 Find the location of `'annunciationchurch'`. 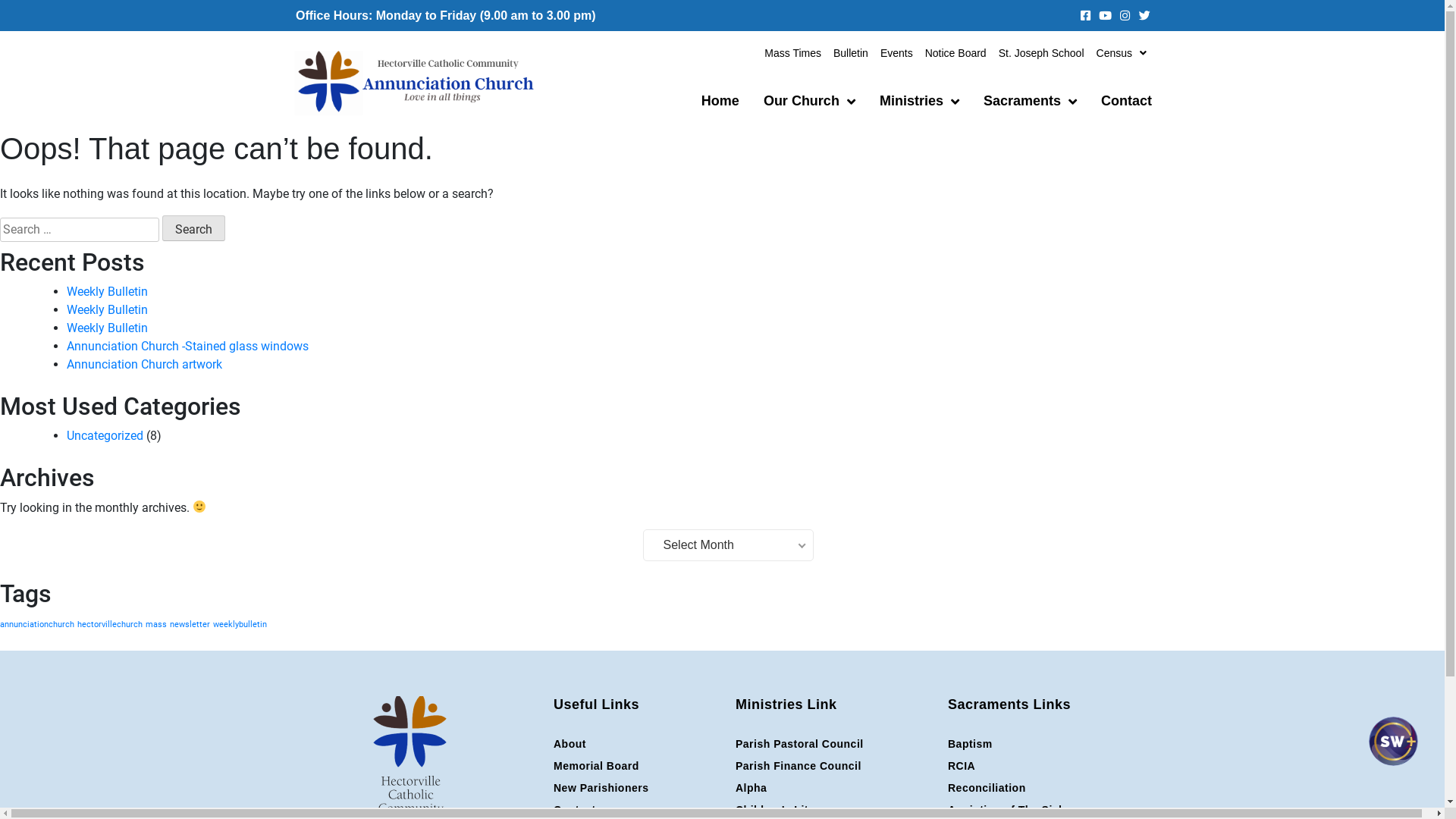

'annunciationchurch' is located at coordinates (36, 624).